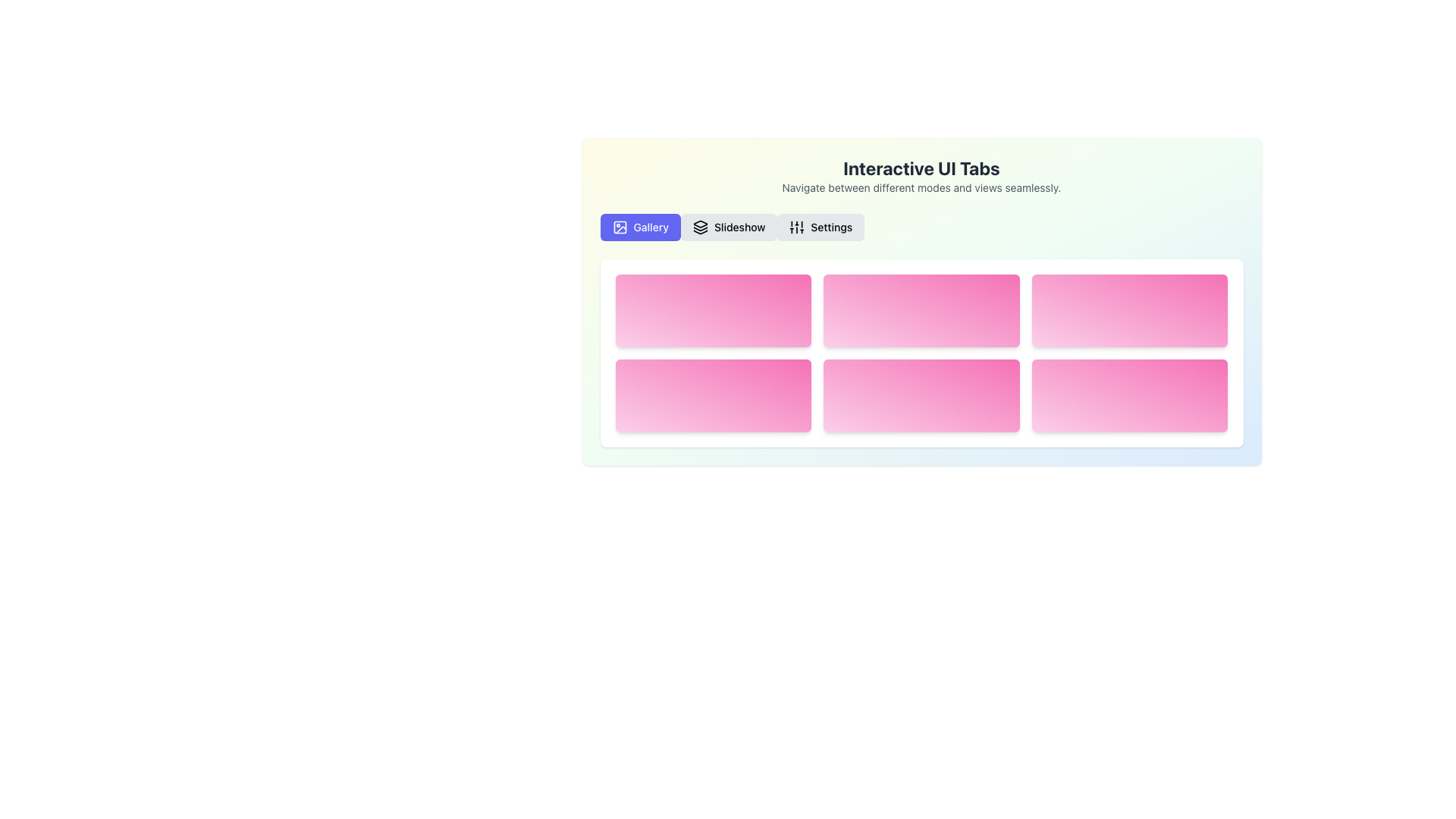 The image size is (1456, 819). What do you see at coordinates (921, 187) in the screenshot?
I see `the static text label that reads 'Navigate between different modes and views seamlessly.', which is positioned beneath the title 'Interactive UI Tabs'` at bounding box center [921, 187].